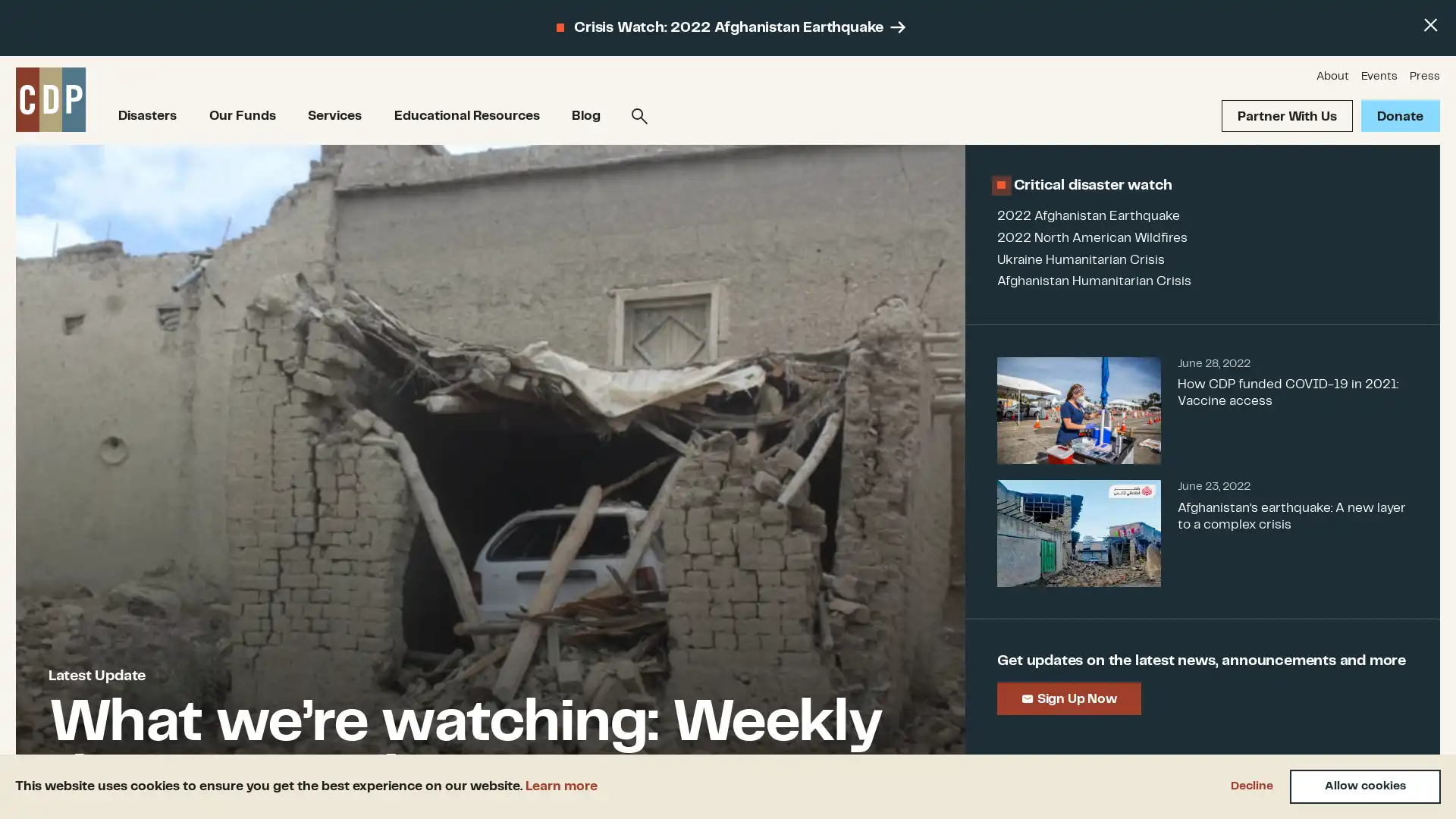  I want to click on learn more about cookies, so click(560, 785).